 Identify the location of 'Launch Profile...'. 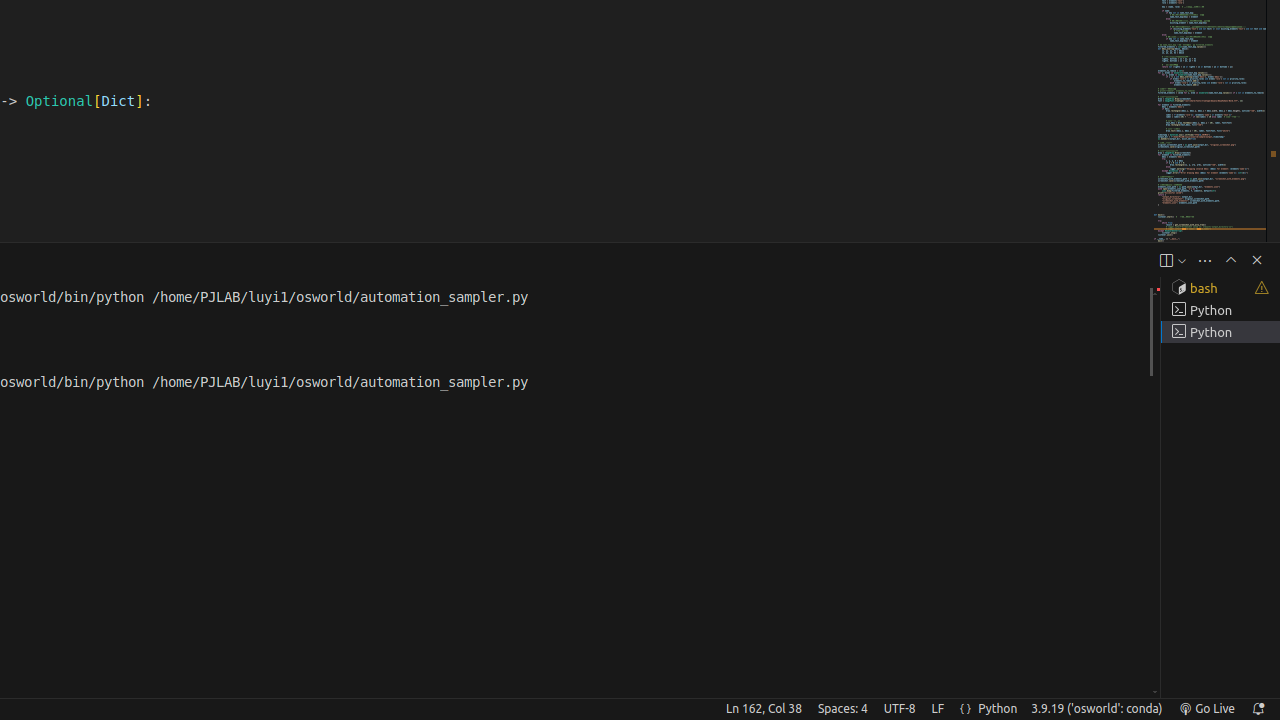
(1181, 259).